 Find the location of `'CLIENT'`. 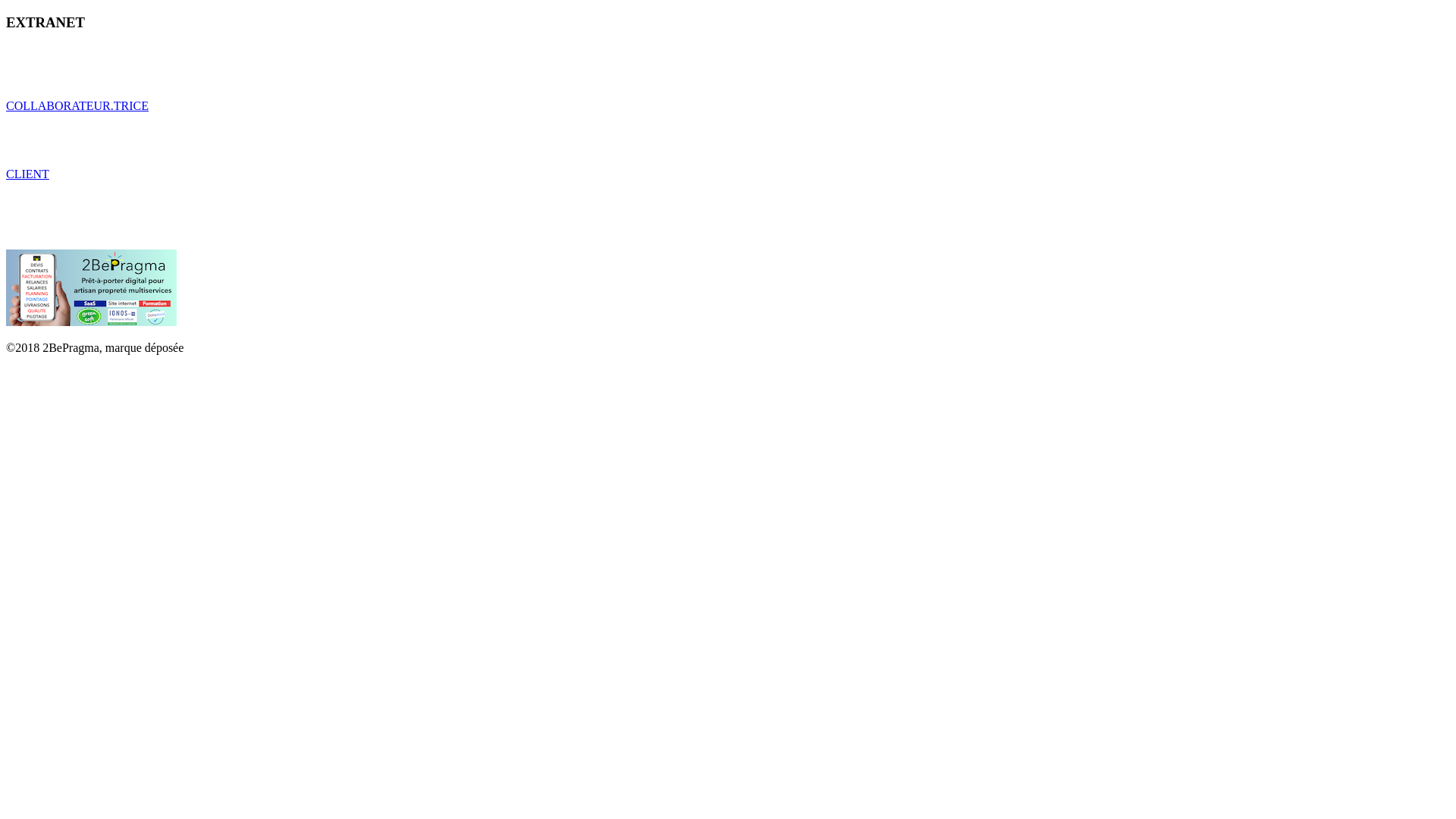

'CLIENT' is located at coordinates (27, 173).